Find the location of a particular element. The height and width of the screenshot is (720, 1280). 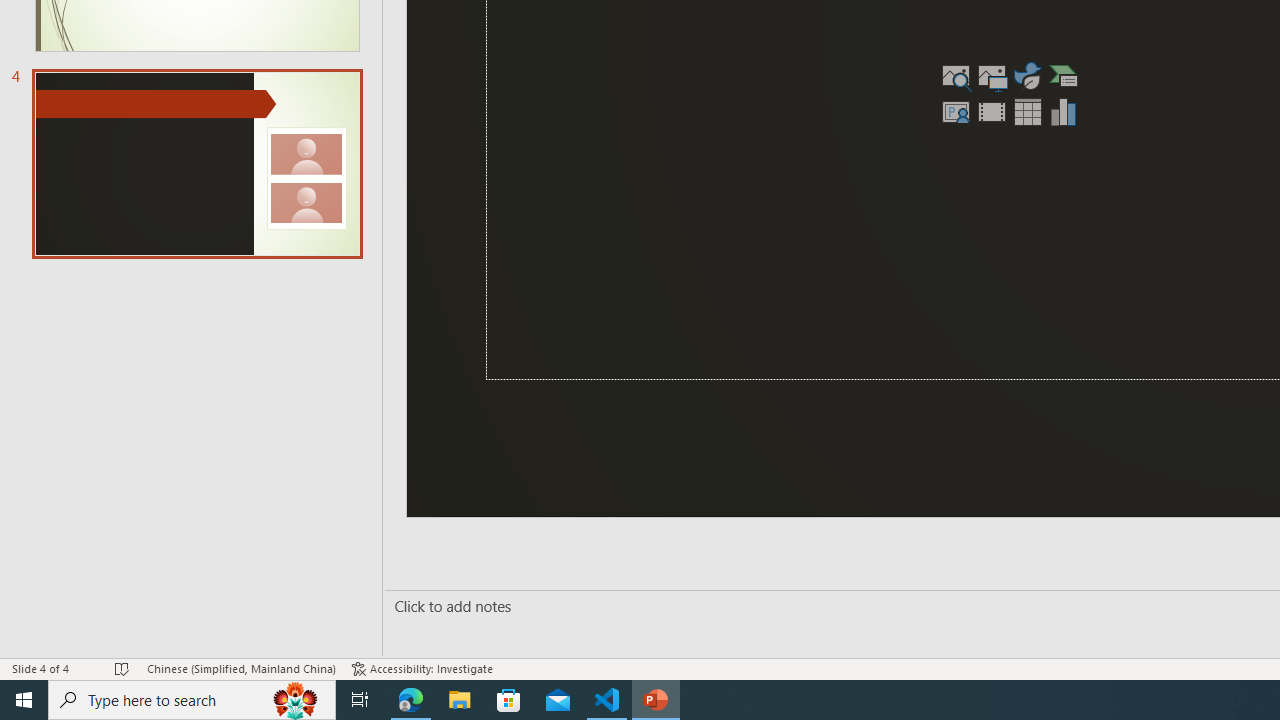

'Stock Images' is located at coordinates (954, 74).